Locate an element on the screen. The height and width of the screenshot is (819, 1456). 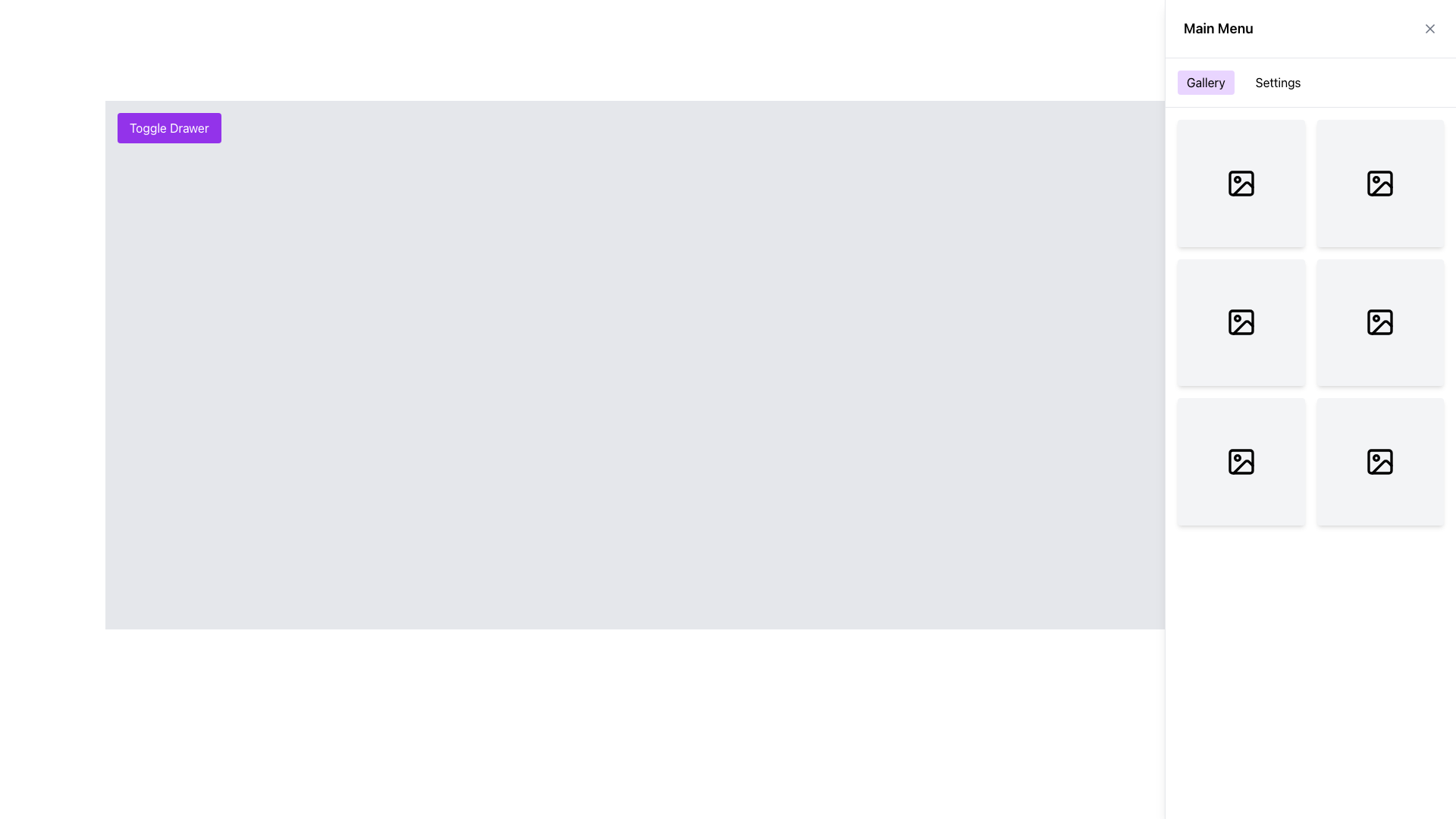
the bottom-left icon in the 2x2 grid on the right-side panel is located at coordinates (1241, 460).